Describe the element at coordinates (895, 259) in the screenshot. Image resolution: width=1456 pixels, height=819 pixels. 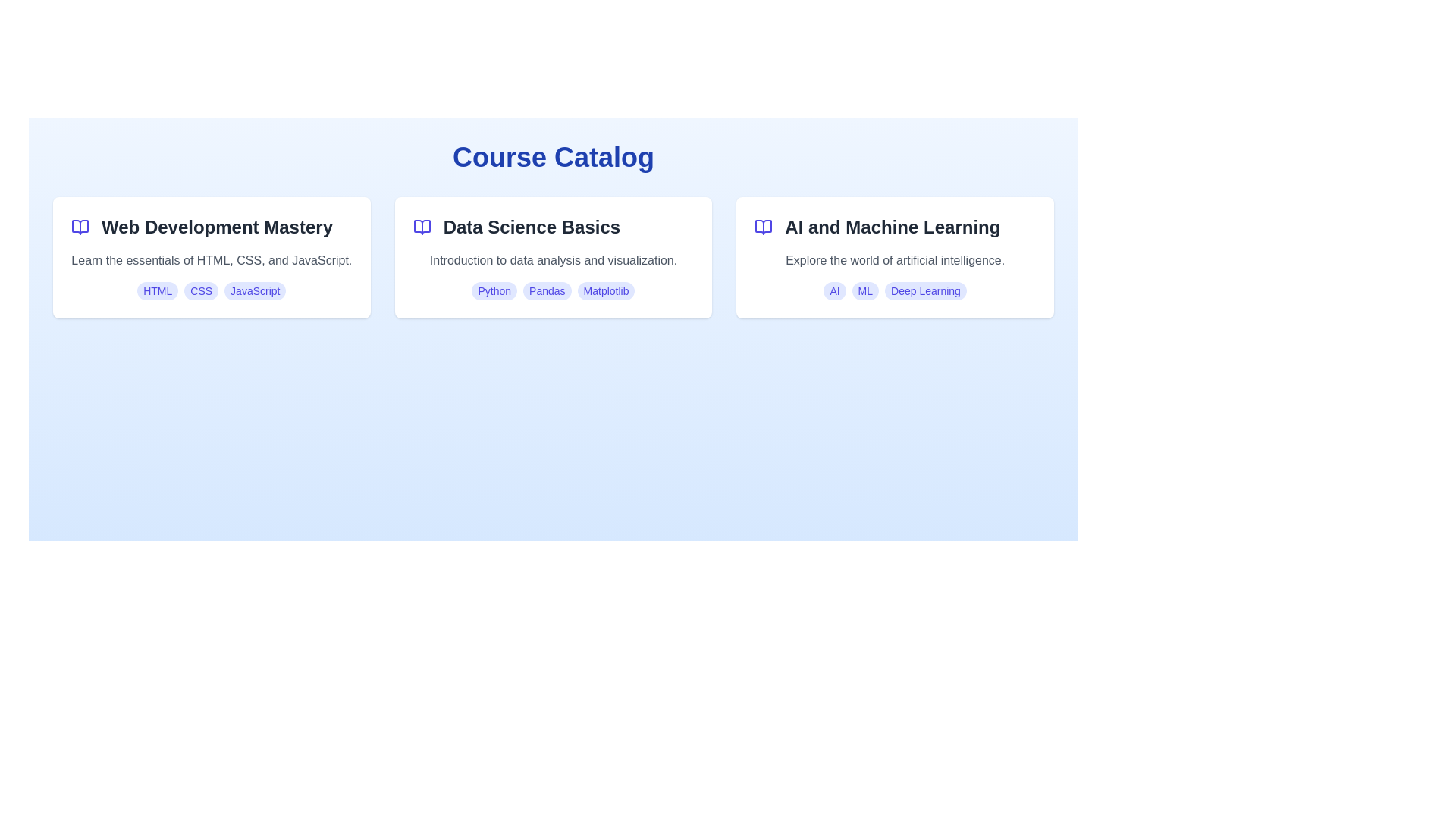
I see `the text block that says 'Explore the world of artificial intelligence.' which is styled in subtle gray color and located below the header 'AI and Machine Learning'` at that location.